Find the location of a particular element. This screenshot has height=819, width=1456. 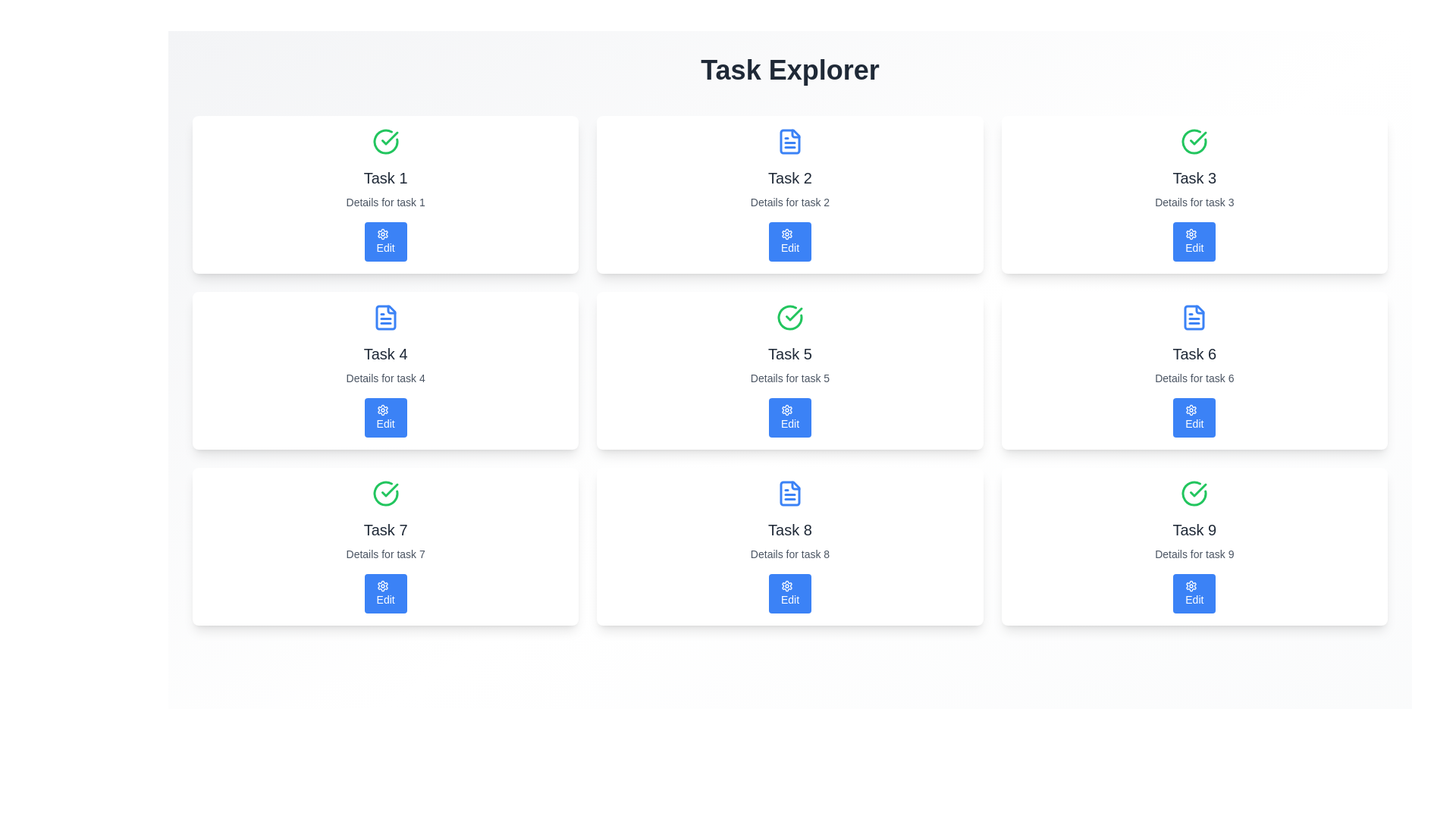

the static text label that provides information about 'Task 8', located below the title and above the 'Edit' button is located at coordinates (789, 554).